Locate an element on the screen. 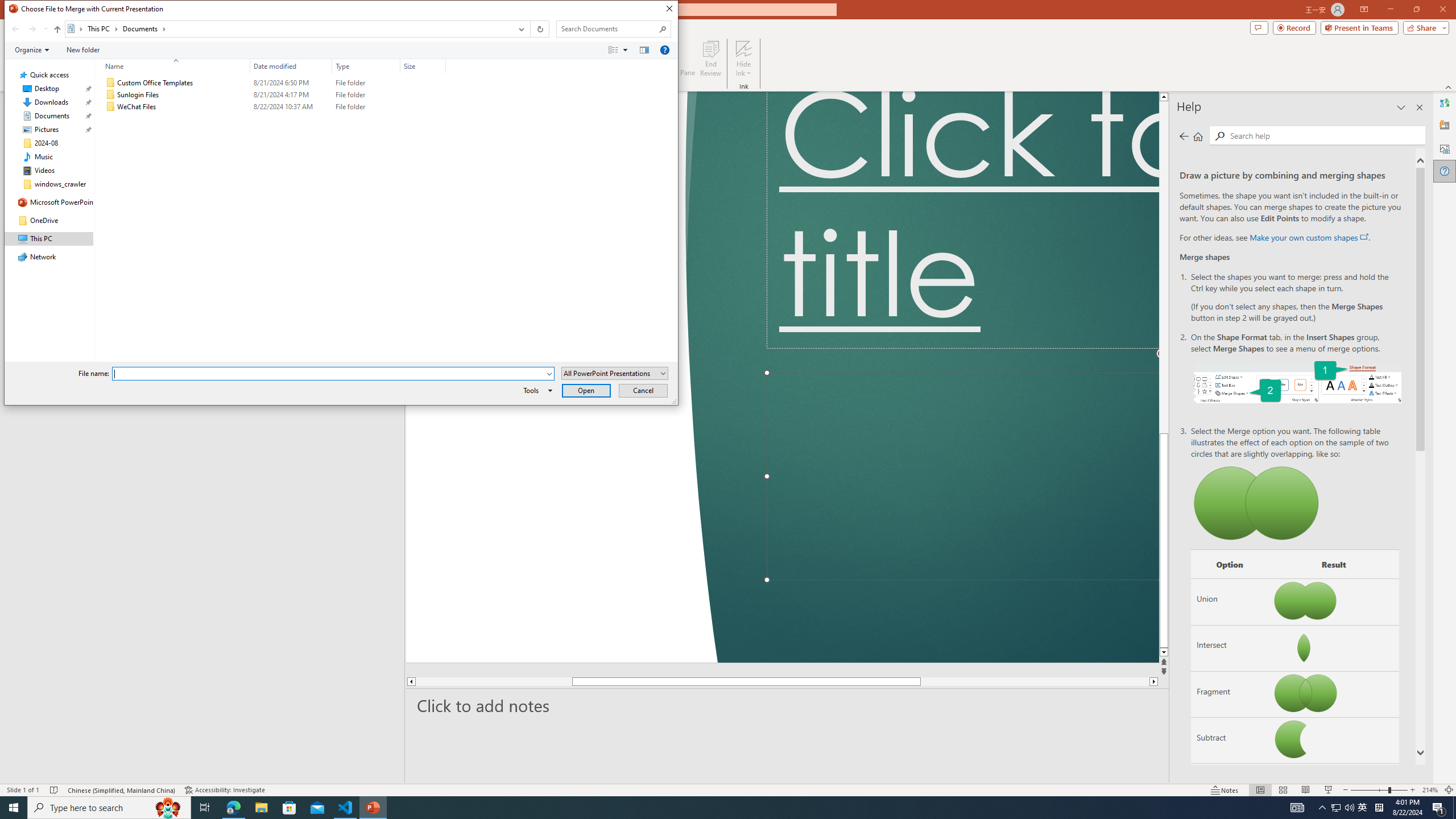  'Size' is located at coordinates (422, 65).